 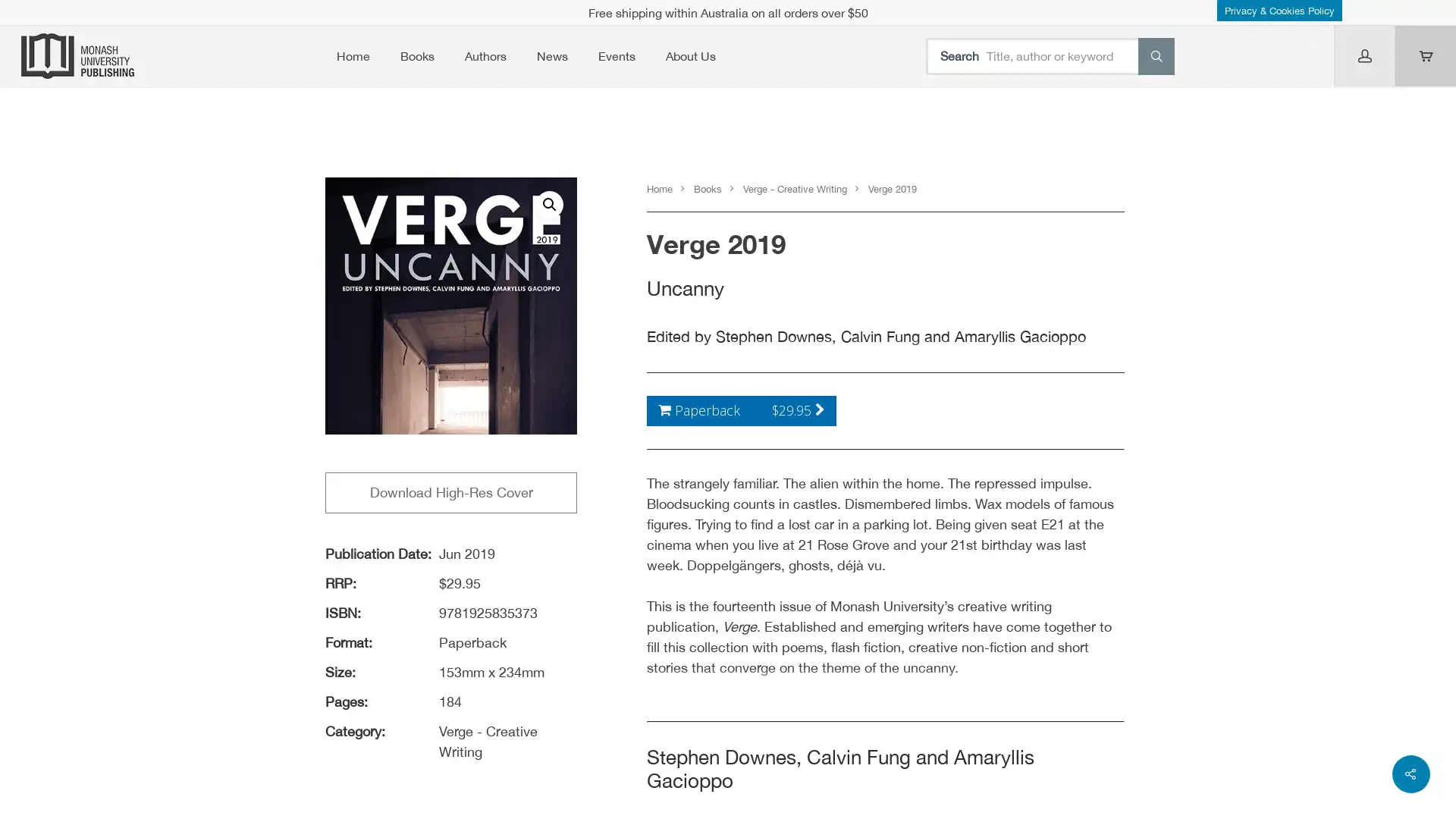 What do you see at coordinates (1154, 55) in the screenshot?
I see `Submit search` at bounding box center [1154, 55].